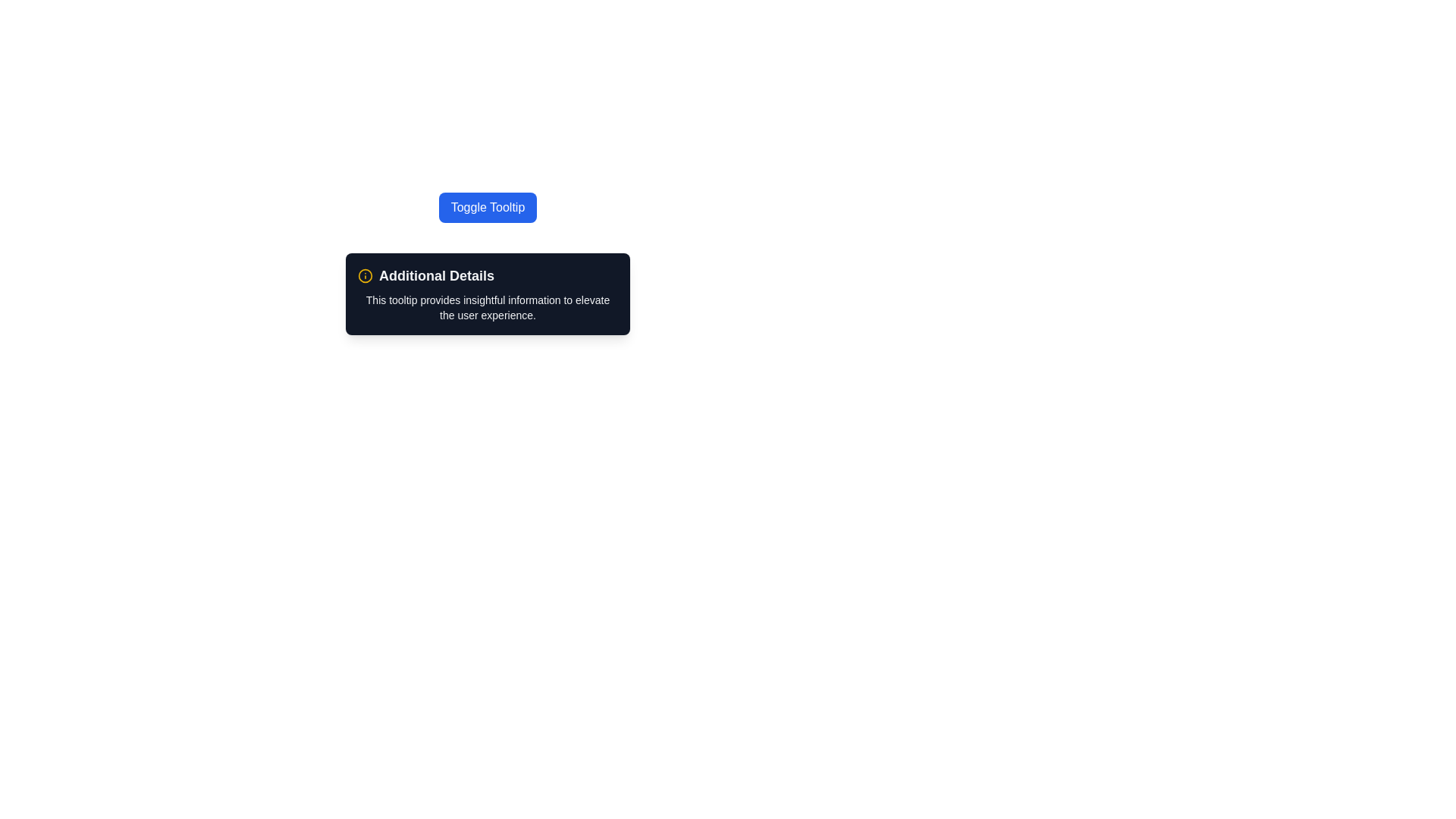 Image resolution: width=1456 pixels, height=819 pixels. Describe the element at coordinates (488, 207) in the screenshot. I see `the blue rectangular button labeled 'Toggle Tooltip'` at that location.